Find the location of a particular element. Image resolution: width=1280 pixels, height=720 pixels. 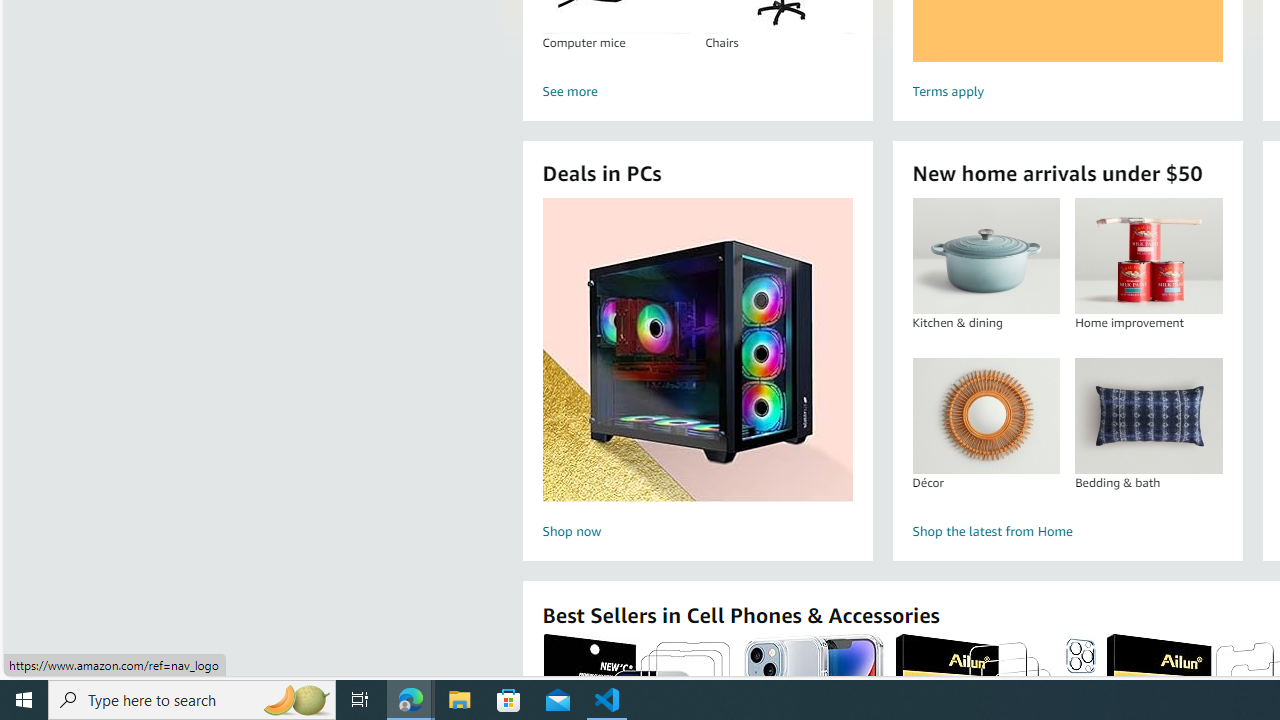

'Bedding & bath' is located at coordinates (1148, 414).